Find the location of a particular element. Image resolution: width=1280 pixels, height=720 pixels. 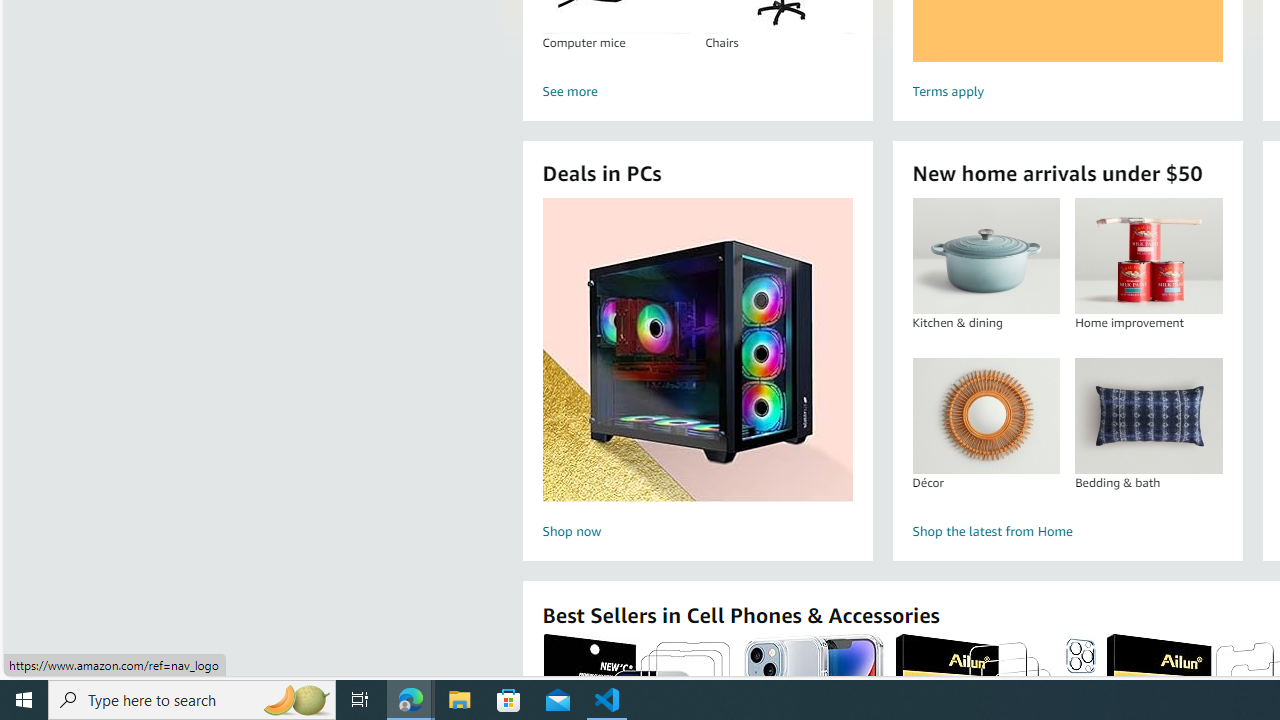

'Bedding & bath' is located at coordinates (1148, 414).